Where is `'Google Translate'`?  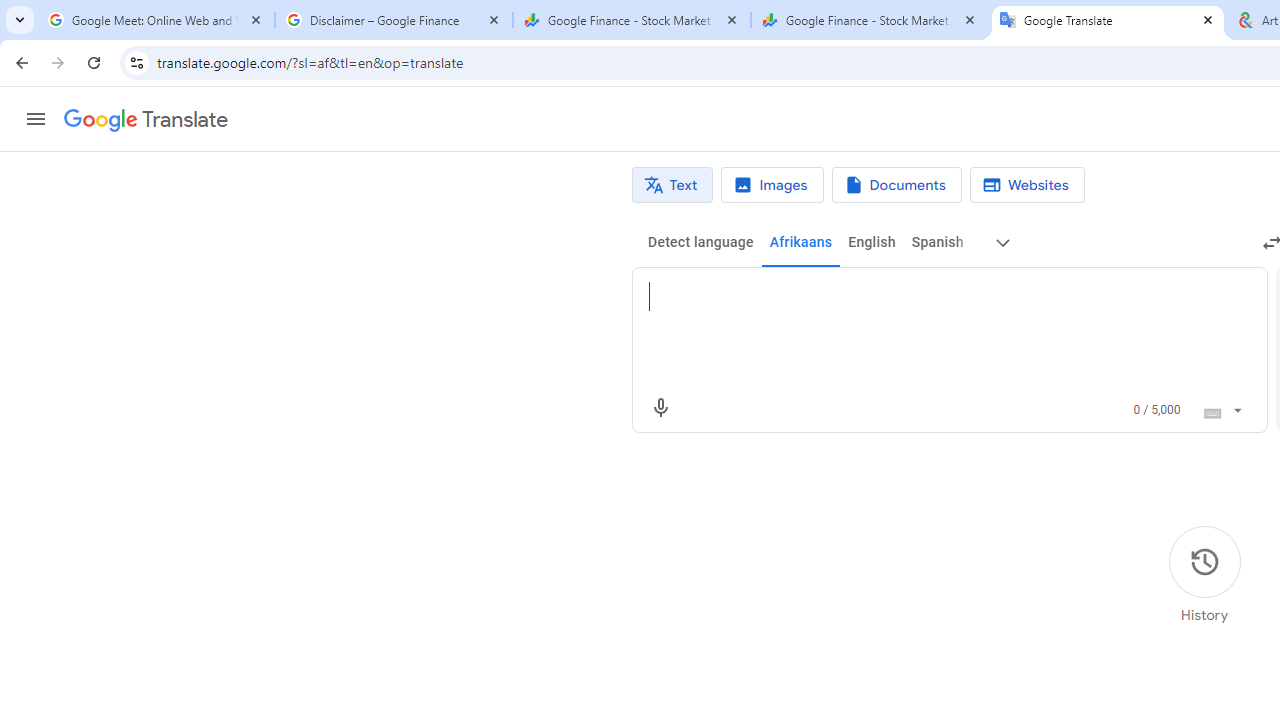 'Google Translate' is located at coordinates (144, 120).